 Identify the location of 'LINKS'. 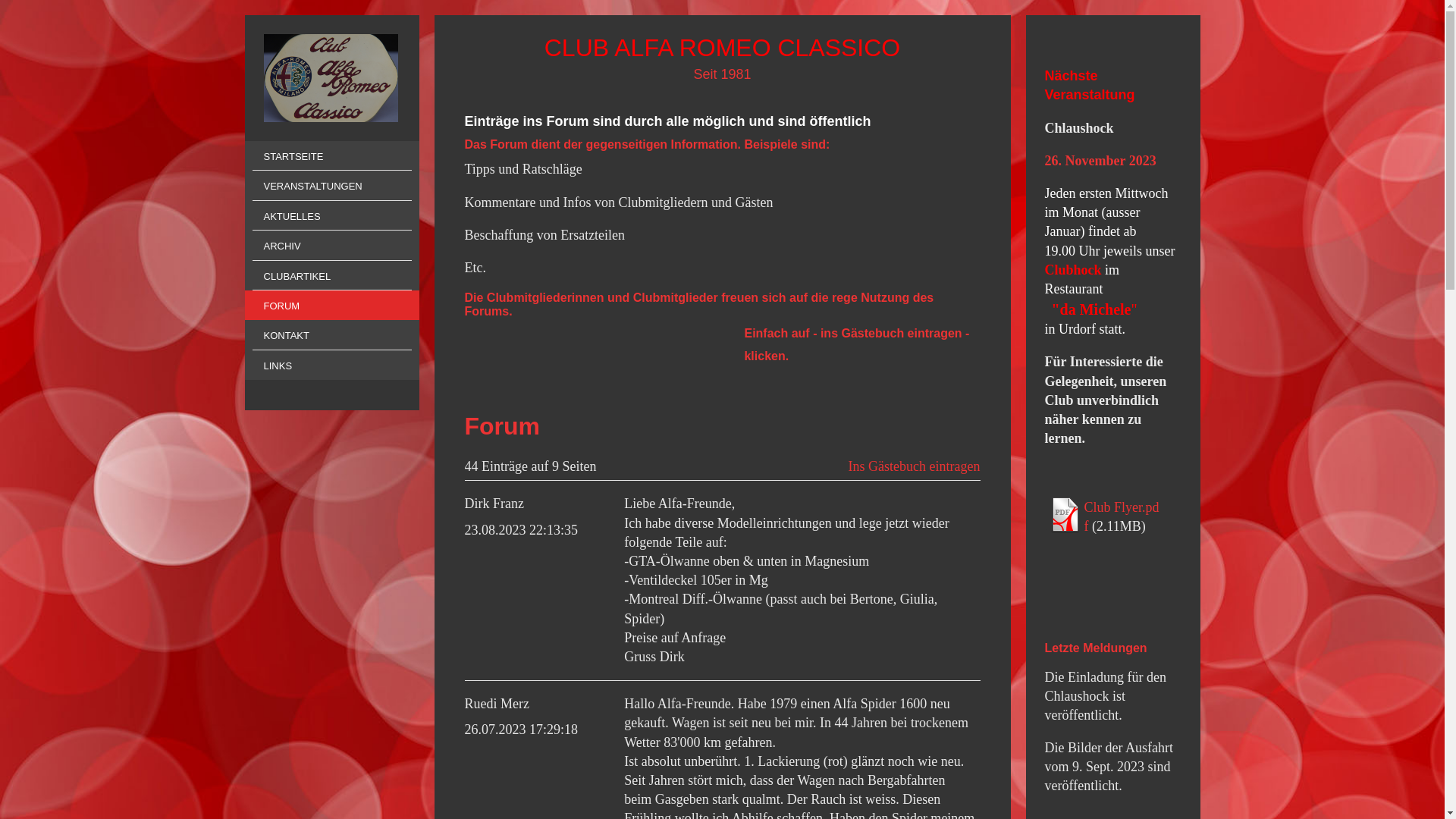
(330, 365).